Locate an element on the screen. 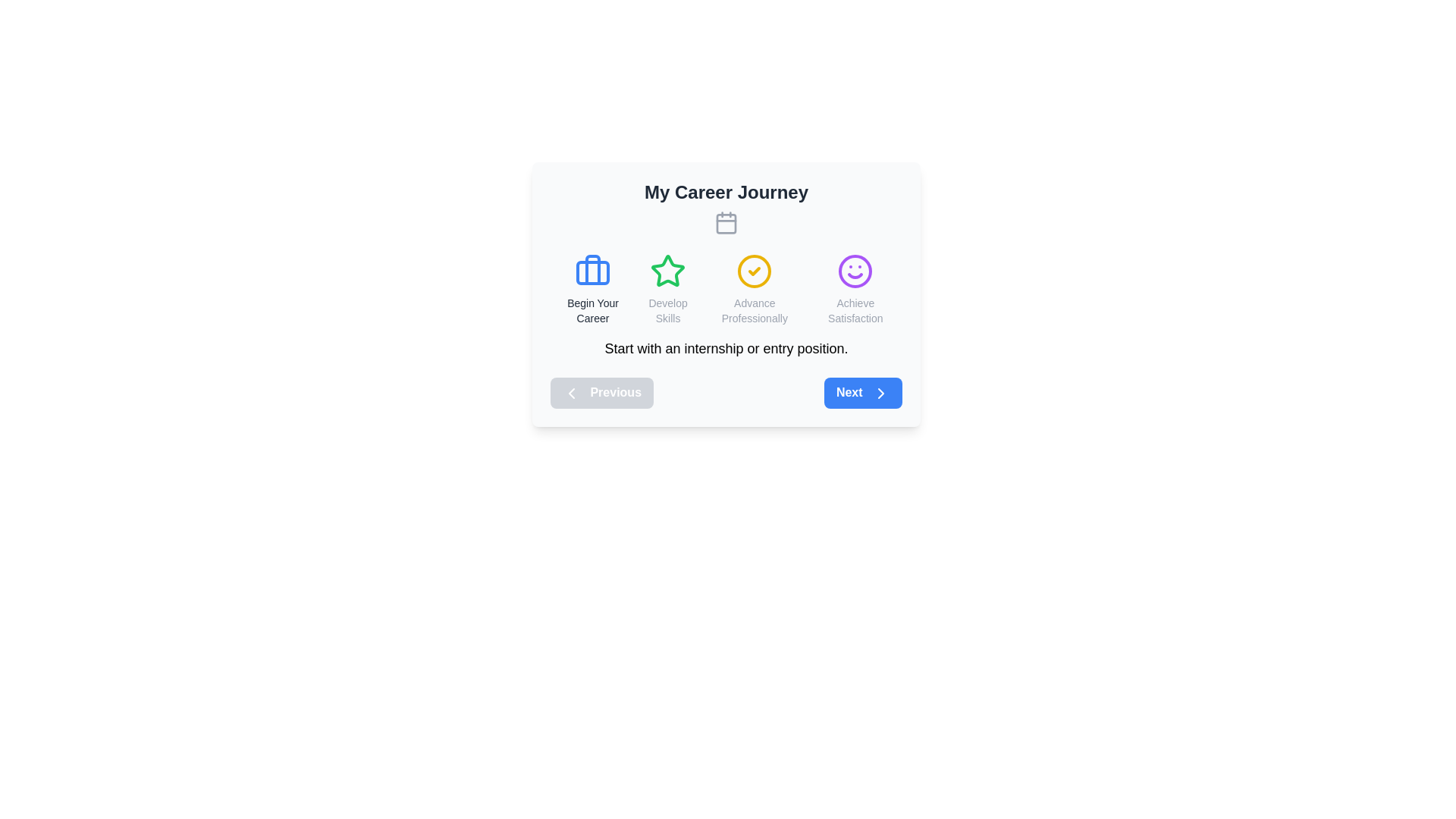 The height and width of the screenshot is (819, 1456). the fourth icon under the 'My Career Journey' section, which represents achieving satisfaction and has the text 'Achieve Satisfaction' below it is located at coordinates (855, 271).